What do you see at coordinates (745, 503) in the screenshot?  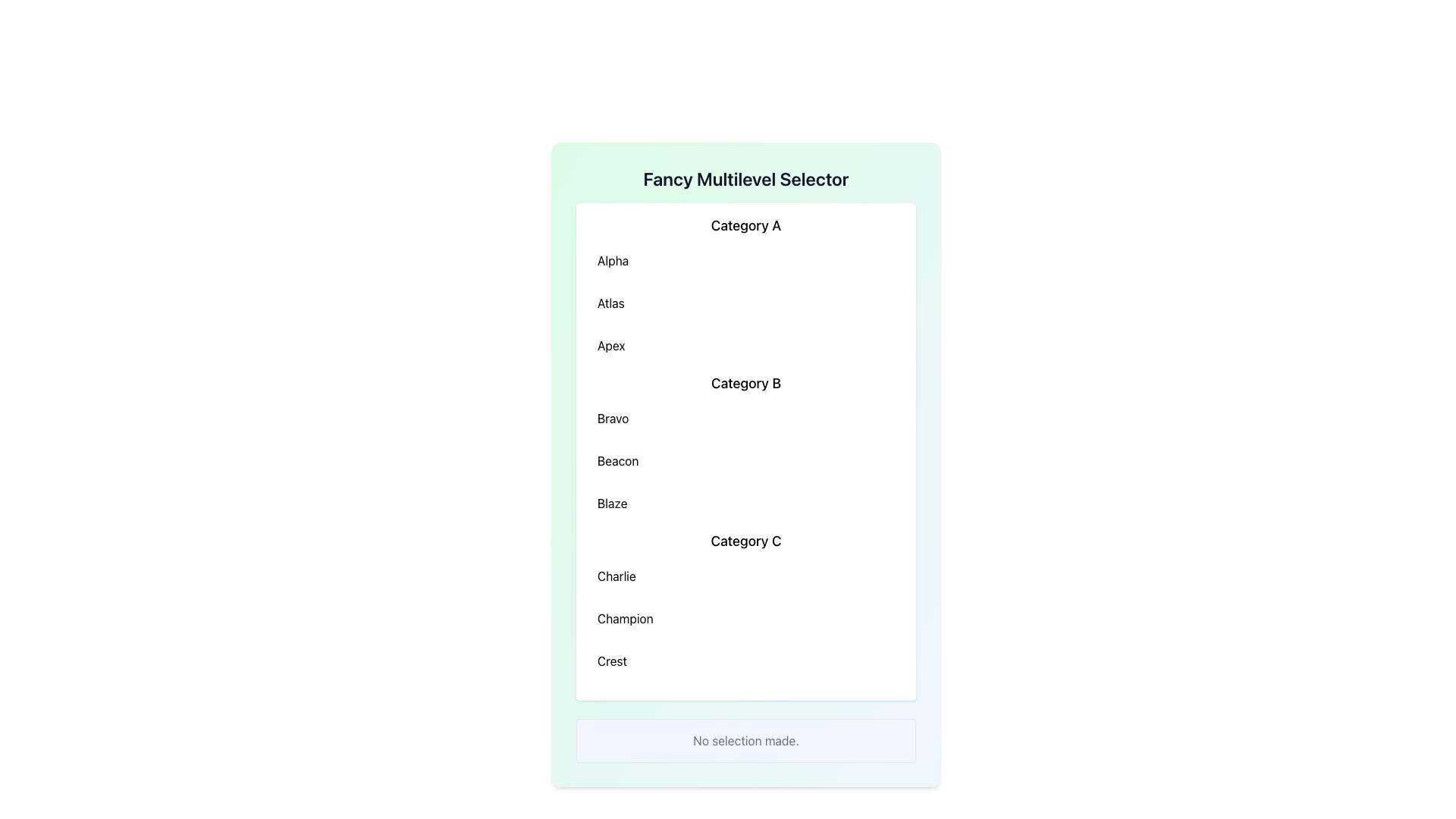 I see `the selectable list item labeled 'Blaze', which is the third item under 'Category B' in a vertical list` at bounding box center [745, 503].